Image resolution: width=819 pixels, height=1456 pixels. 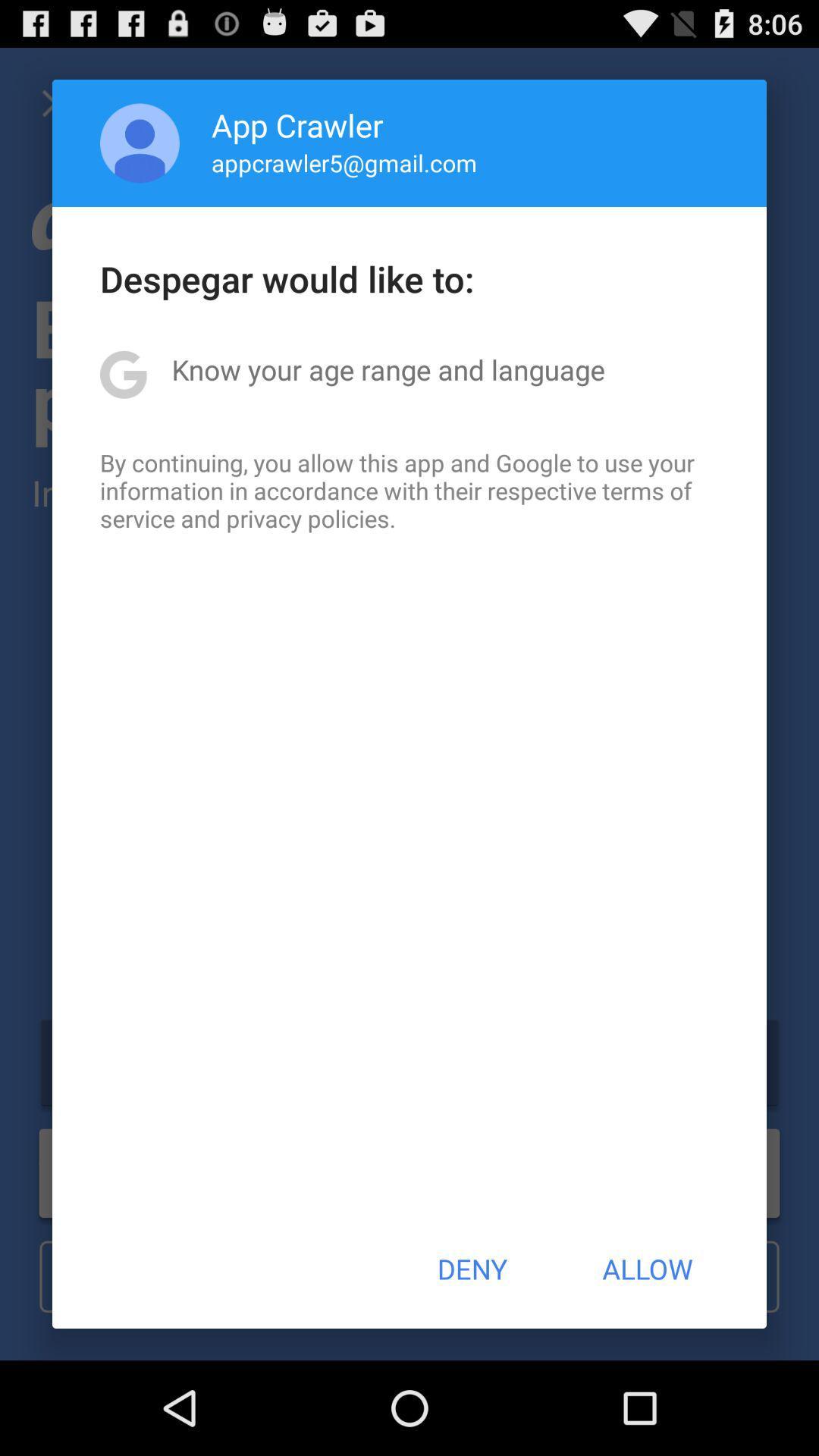 I want to click on the appcrawler5@gmail.com item, so click(x=344, y=162).